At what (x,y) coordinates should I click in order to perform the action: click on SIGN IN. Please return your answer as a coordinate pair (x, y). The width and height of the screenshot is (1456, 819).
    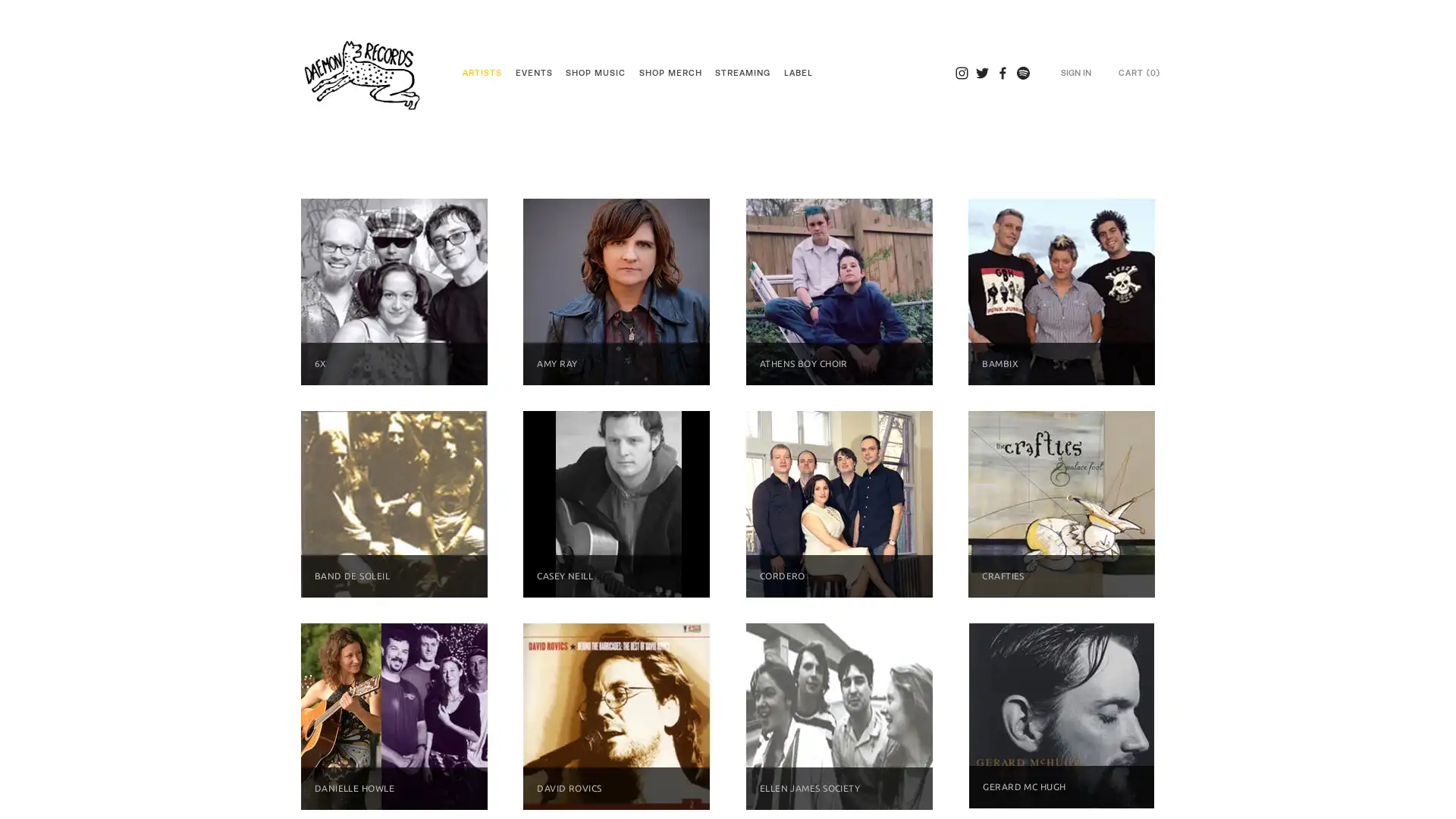
    Looking at the image, I should click on (1075, 72).